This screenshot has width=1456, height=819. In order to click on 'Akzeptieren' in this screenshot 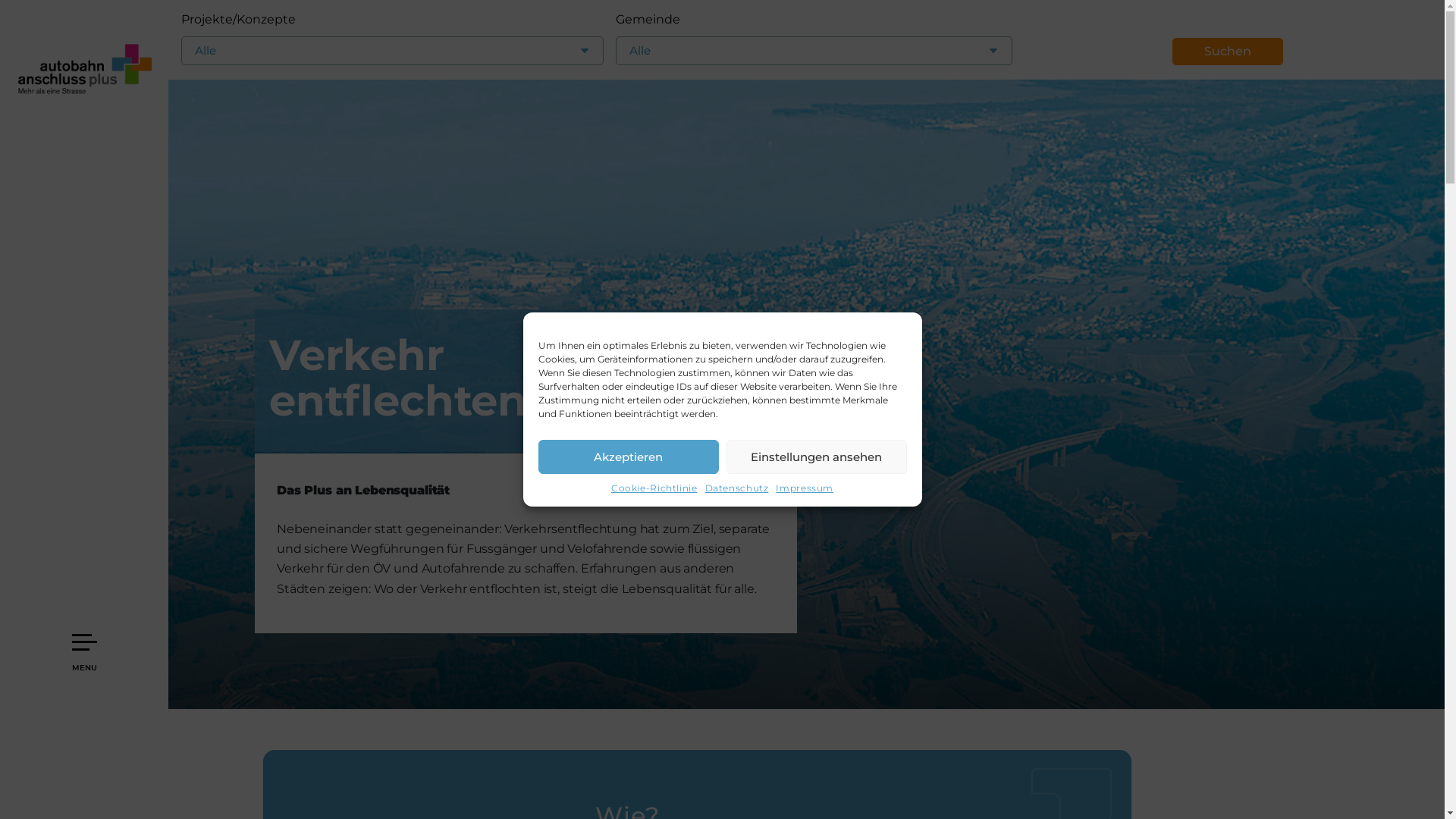, I will do `click(629, 456)`.